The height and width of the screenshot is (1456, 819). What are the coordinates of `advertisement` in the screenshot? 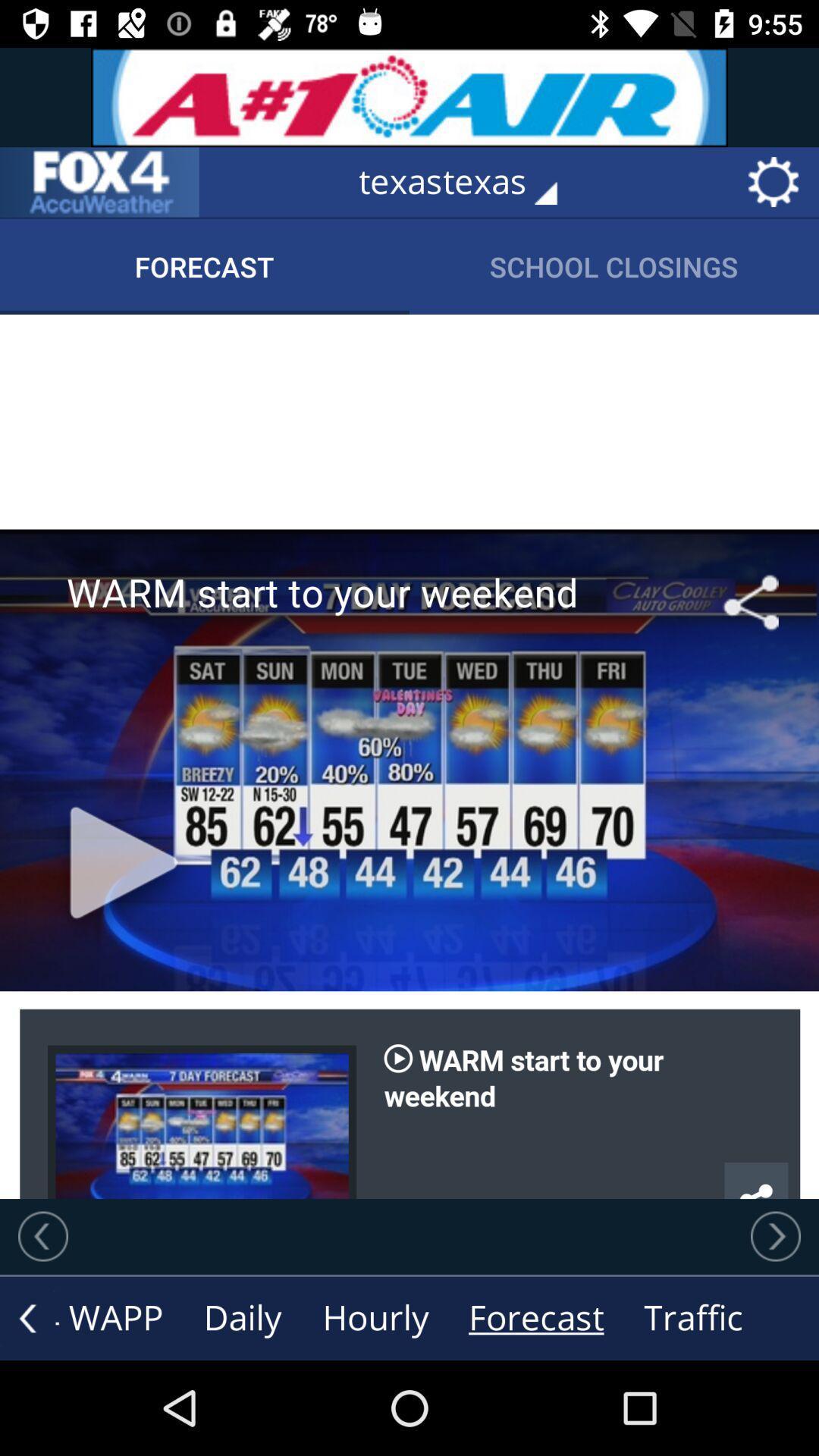 It's located at (409, 96).